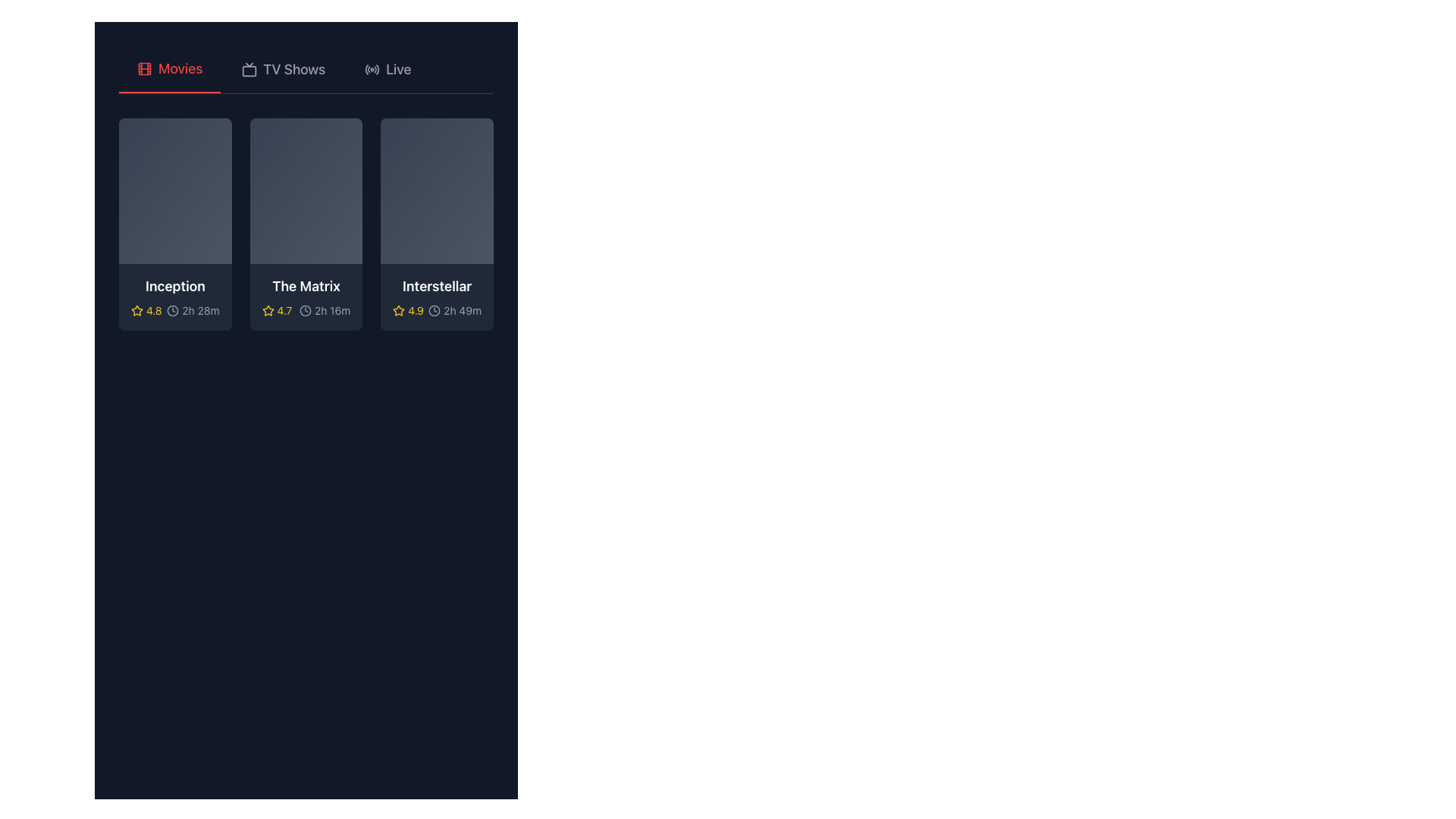 The height and width of the screenshot is (819, 1456). What do you see at coordinates (324, 309) in the screenshot?
I see `label displaying the runtime of the movie 'The Matrix,' which is located below its title and beside a clock icon` at bounding box center [324, 309].